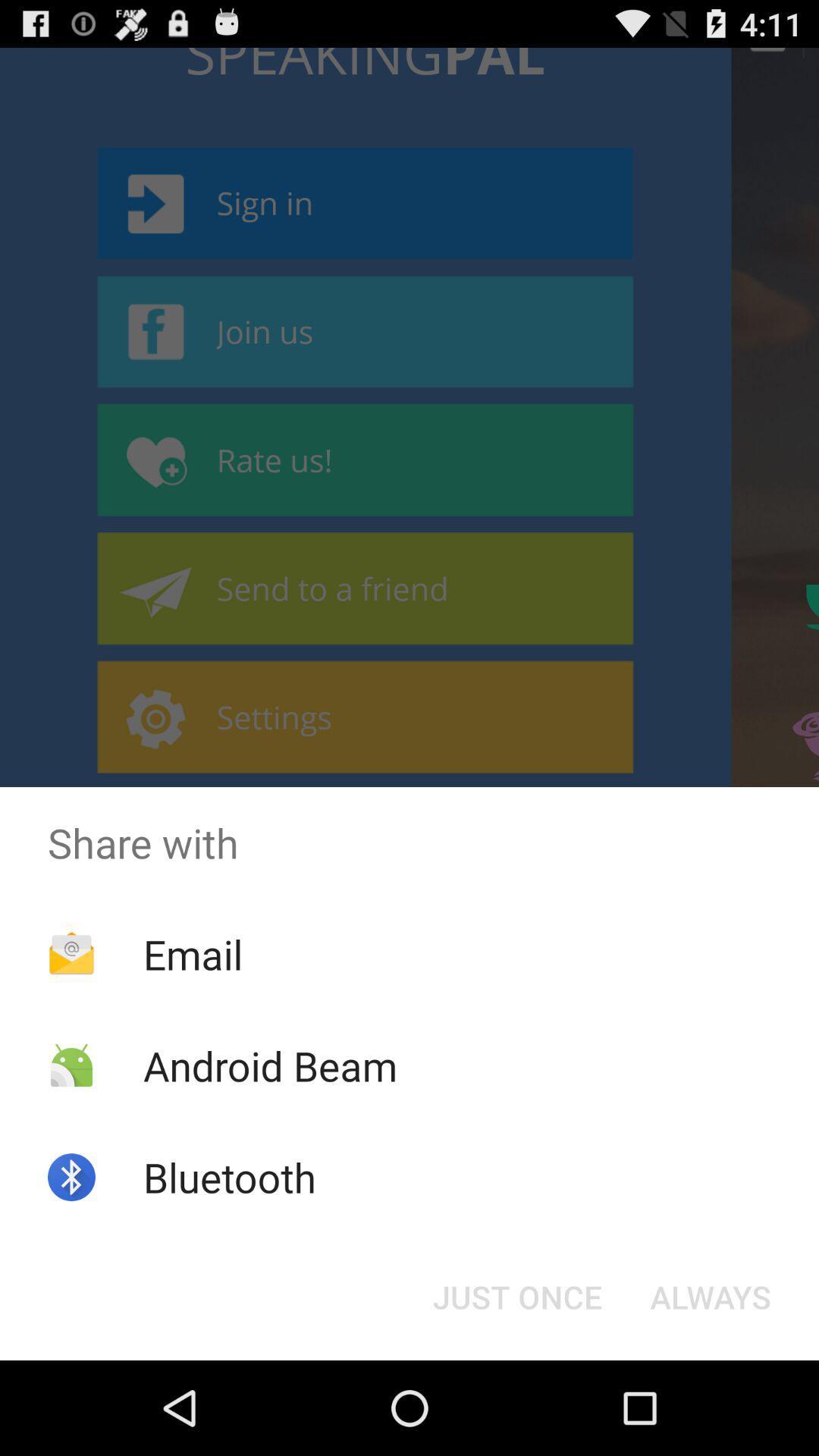 Image resolution: width=819 pixels, height=1456 pixels. Describe the element at coordinates (230, 1176) in the screenshot. I see `app below android beam` at that location.